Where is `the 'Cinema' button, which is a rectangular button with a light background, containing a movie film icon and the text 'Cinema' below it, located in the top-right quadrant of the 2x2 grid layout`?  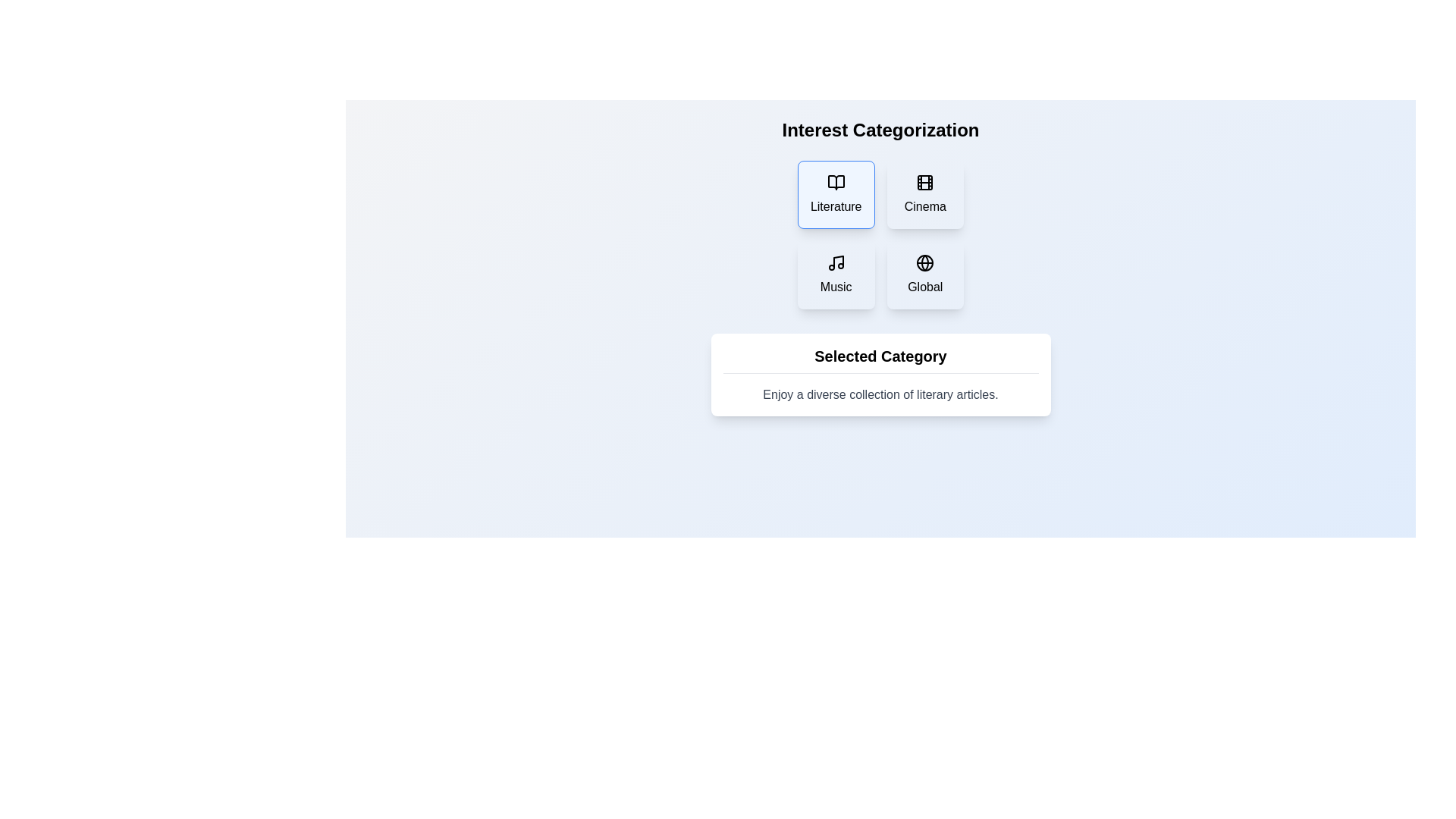 the 'Cinema' button, which is a rectangular button with a light background, containing a movie film icon and the text 'Cinema' below it, located in the top-right quadrant of the 2x2 grid layout is located at coordinates (924, 194).